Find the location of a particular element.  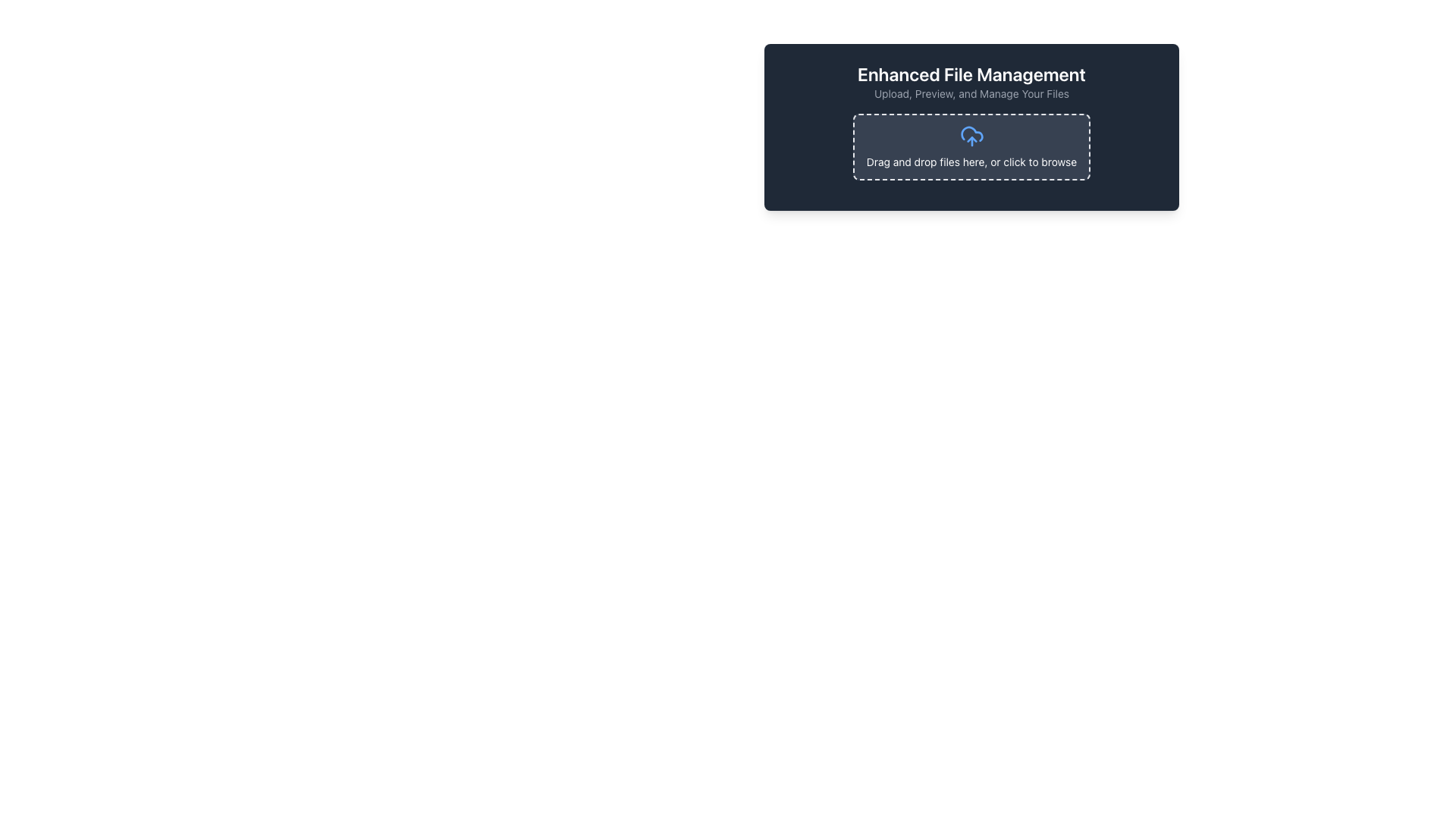

the Text Label element that reads 'Upload, Preview, and Manage Your Files', which is styled in a small gray font and positioned underneath the header 'Enhanced File Management' is located at coordinates (971, 93).